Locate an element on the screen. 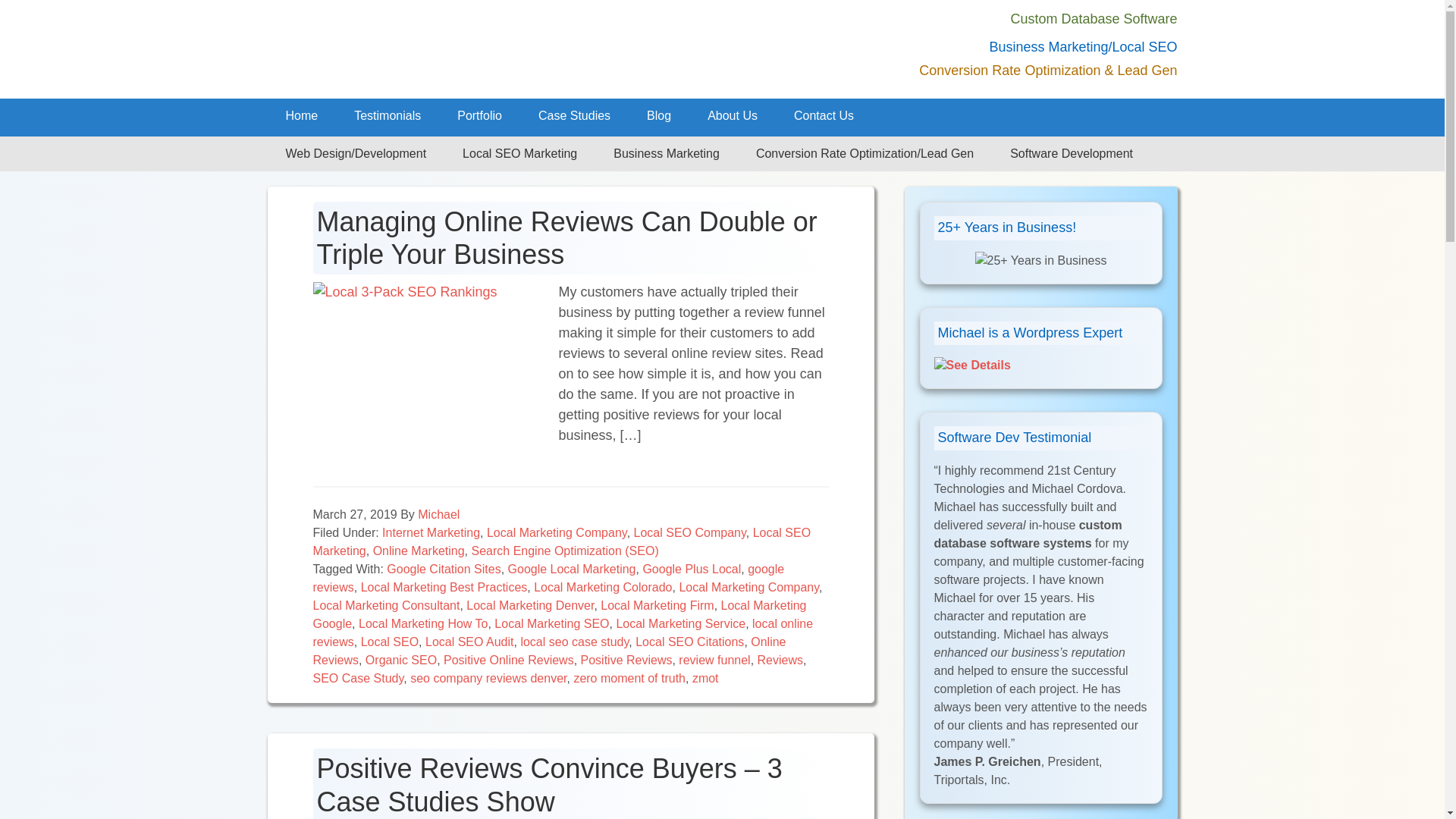 This screenshot has height=819, width=1456. 'Online Marketing' is located at coordinates (419, 551).